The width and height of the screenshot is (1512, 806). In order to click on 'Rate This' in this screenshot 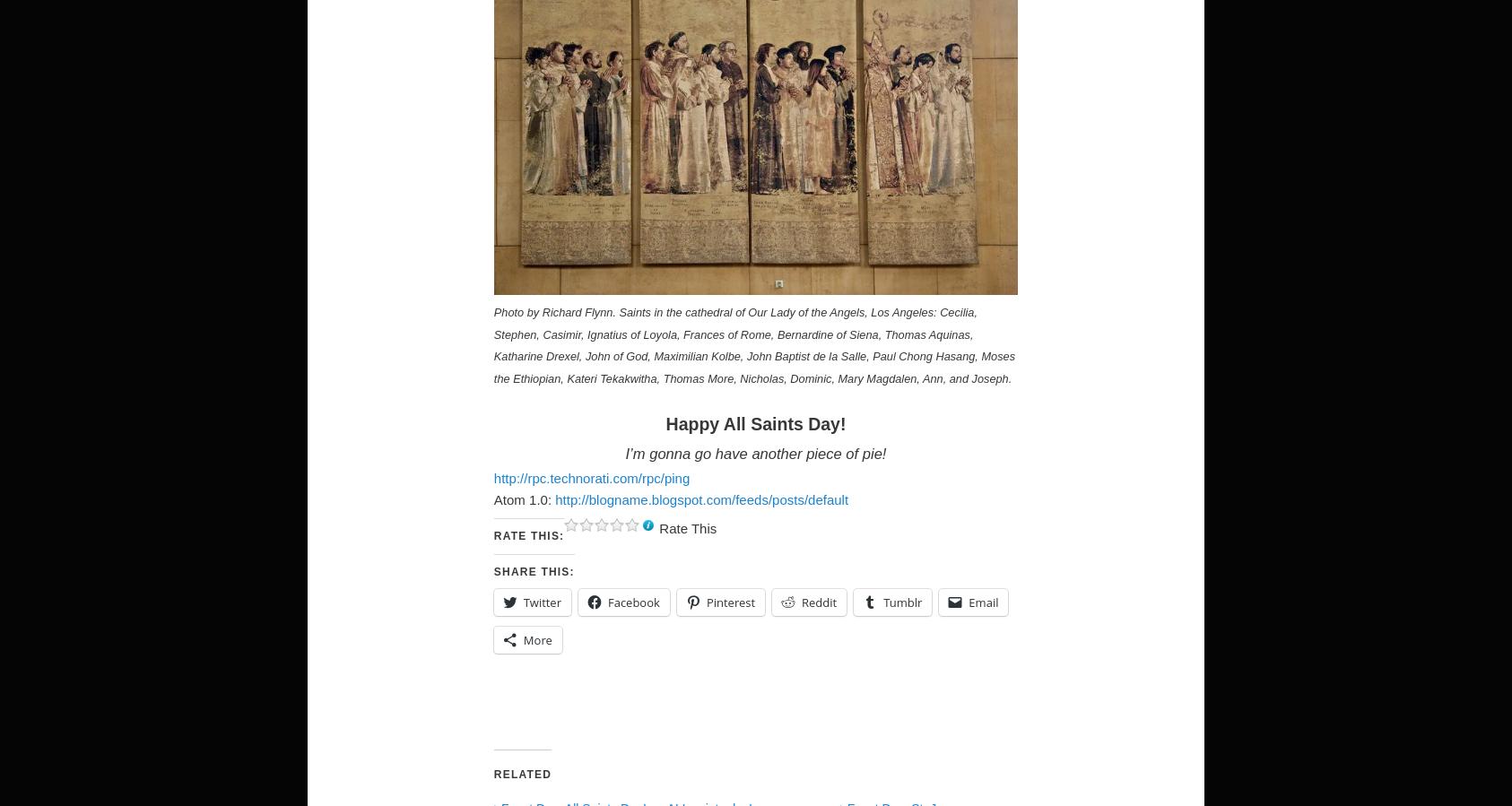, I will do `click(687, 527)`.